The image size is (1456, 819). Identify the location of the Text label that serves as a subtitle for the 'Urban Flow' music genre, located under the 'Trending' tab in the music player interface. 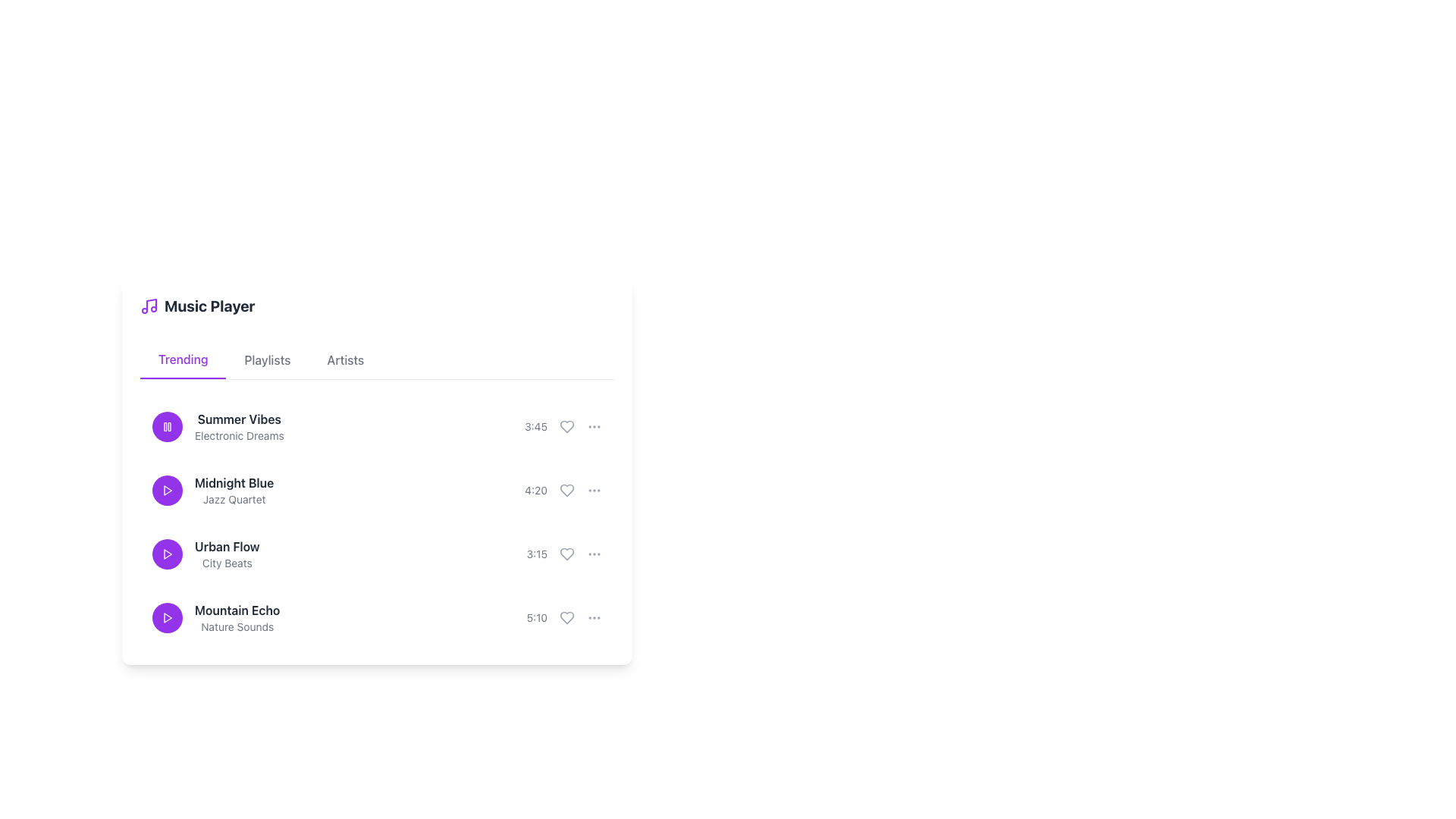
(226, 563).